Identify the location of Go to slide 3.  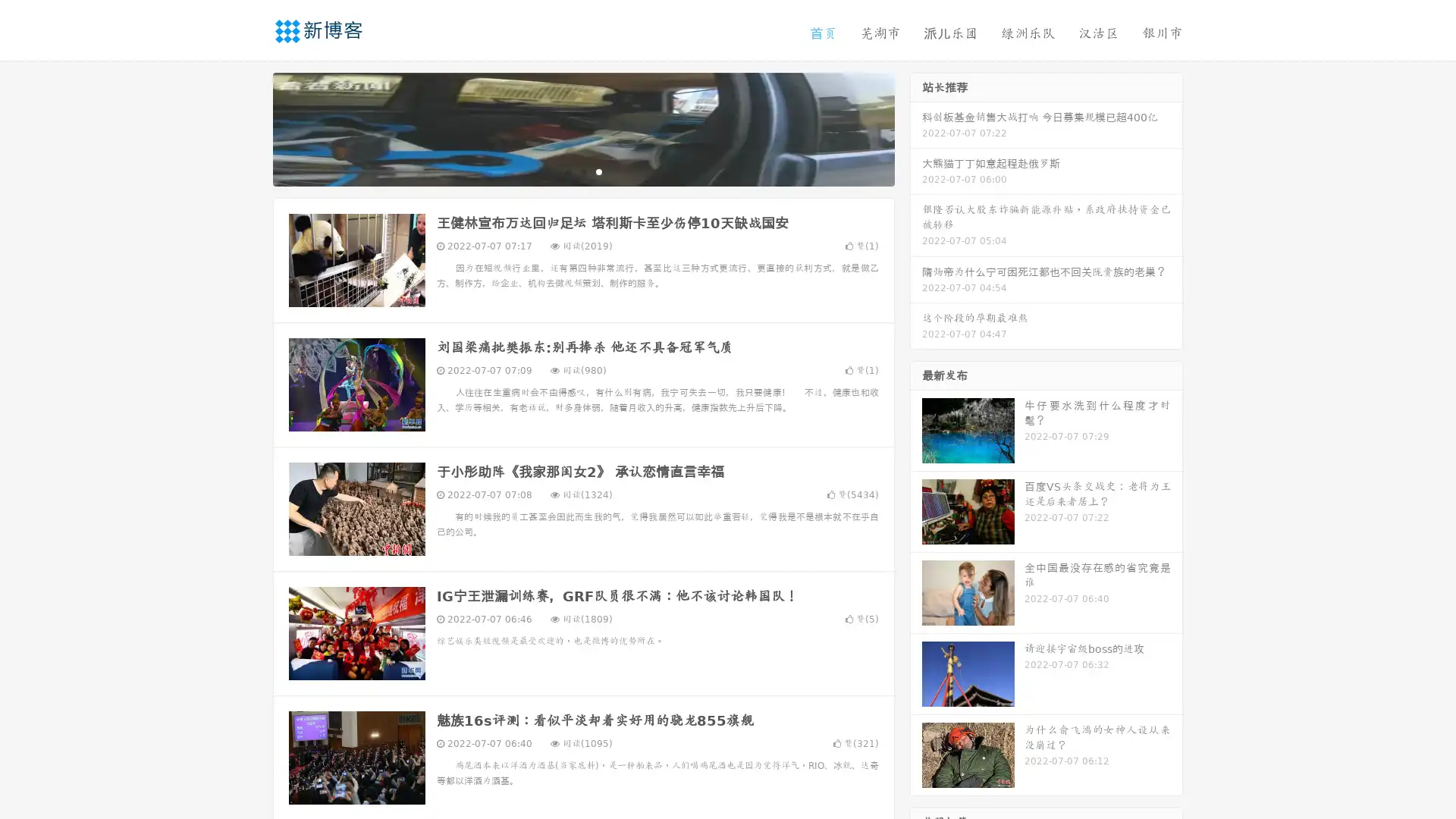
(598, 171).